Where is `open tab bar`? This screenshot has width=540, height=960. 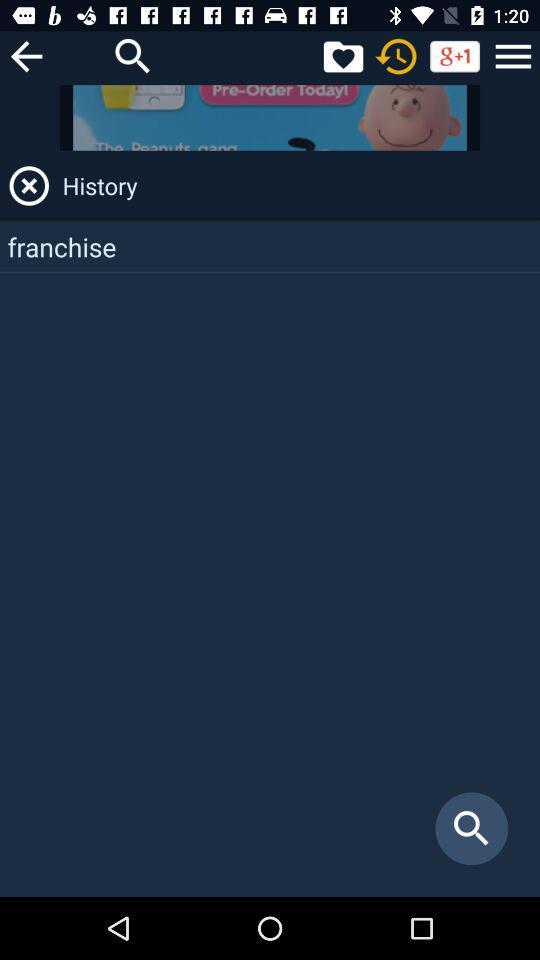
open tab bar is located at coordinates (513, 55).